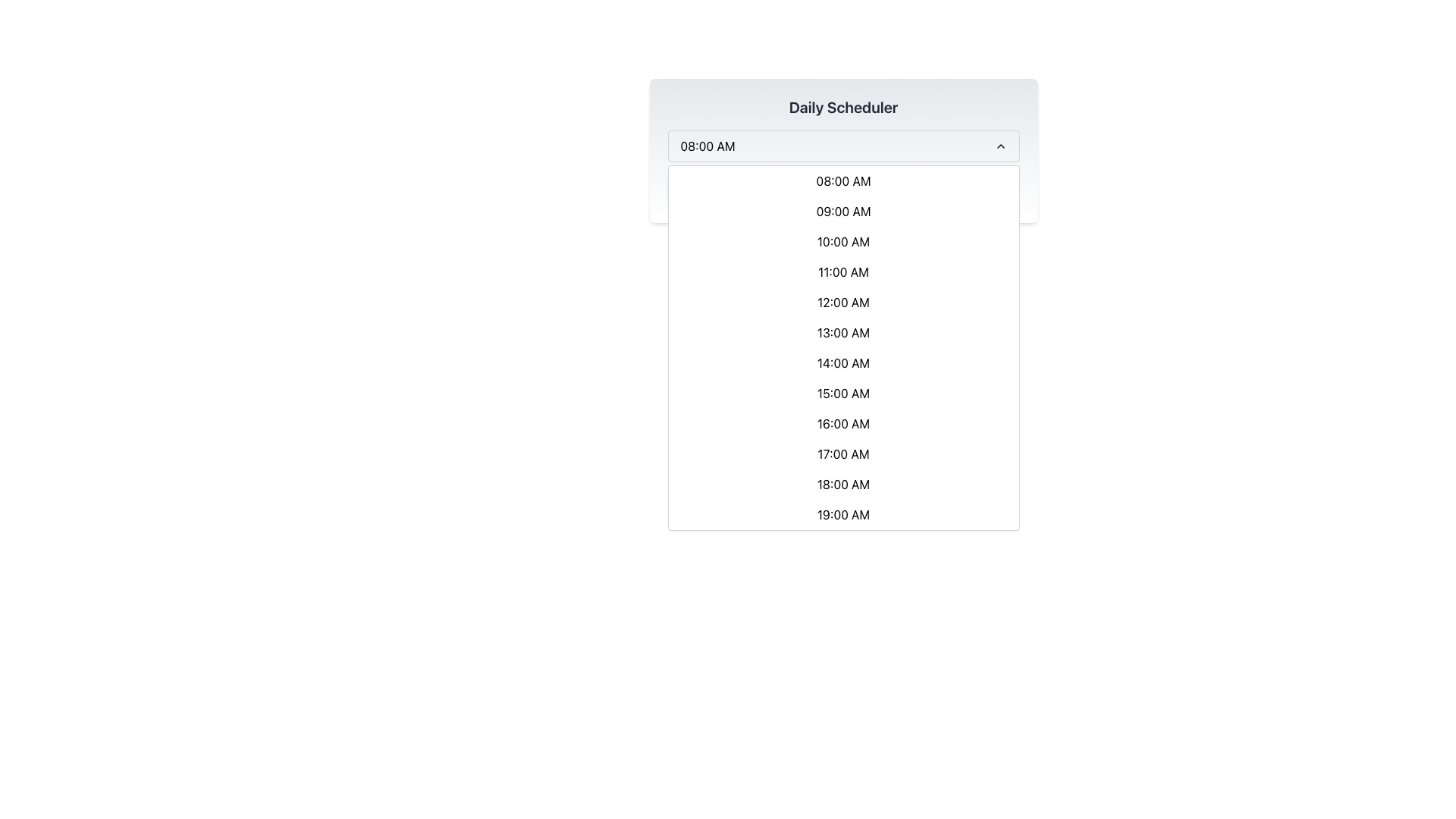 This screenshot has height=819, width=1456. I want to click on the time slot labeled '11:00 AM' in the dropdown menu under 'Daily Scheduler', so click(843, 271).